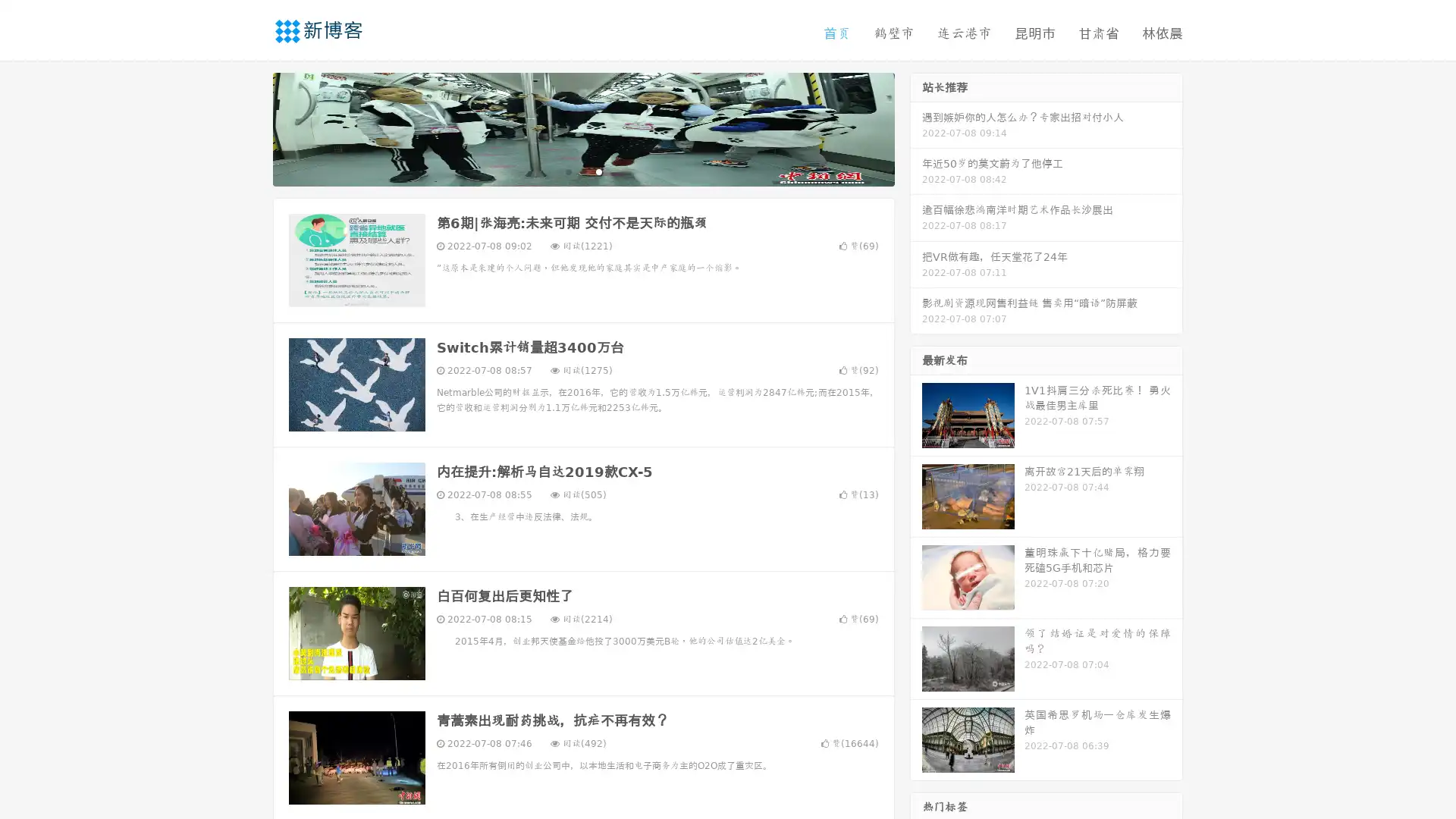 The width and height of the screenshot is (1456, 819). What do you see at coordinates (916, 127) in the screenshot?
I see `Next slide` at bounding box center [916, 127].